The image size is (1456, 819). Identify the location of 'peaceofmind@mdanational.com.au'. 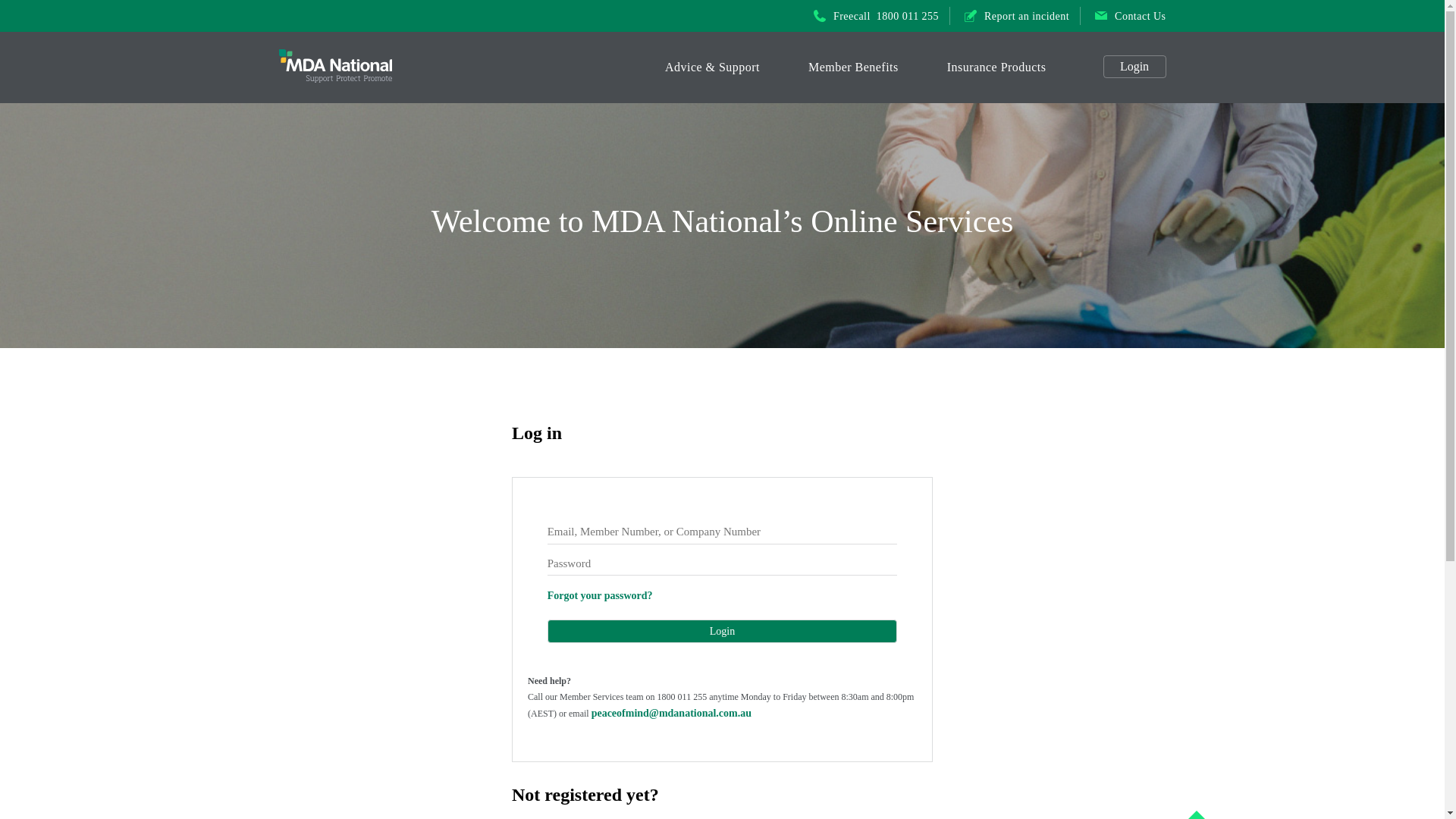
(670, 713).